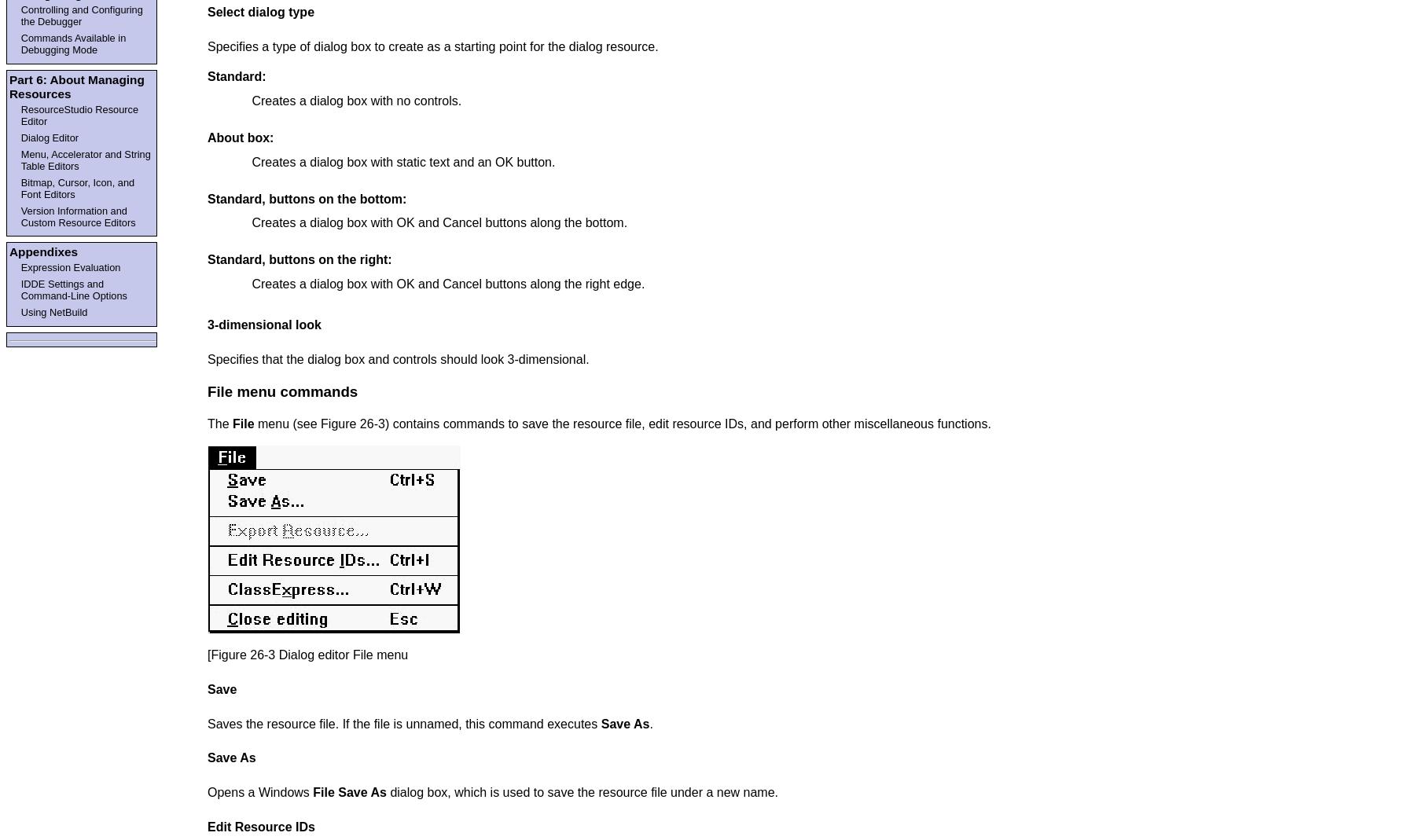 Image resolution: width=1415 pixels, height=840 pixels. I want to click on 'menu (see Figure 26-3) contains commands to save the 
resource file, edit resource IDs, and perform other miscellaneous 
functions.', so click(622, 424).